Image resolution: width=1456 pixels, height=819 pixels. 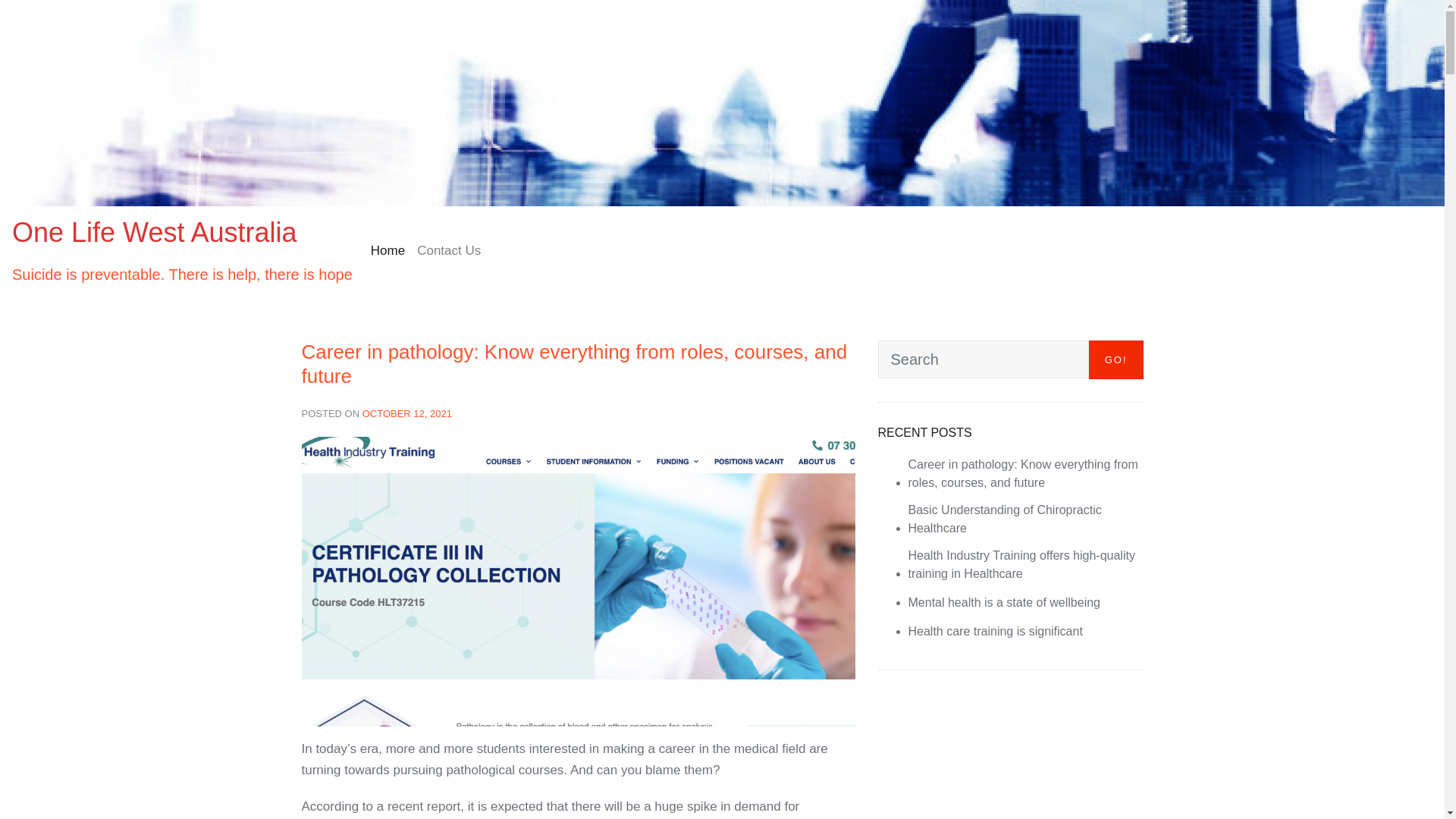 I want to click on 'OCTOBER 12, 2021', so click(x=407, y=413).